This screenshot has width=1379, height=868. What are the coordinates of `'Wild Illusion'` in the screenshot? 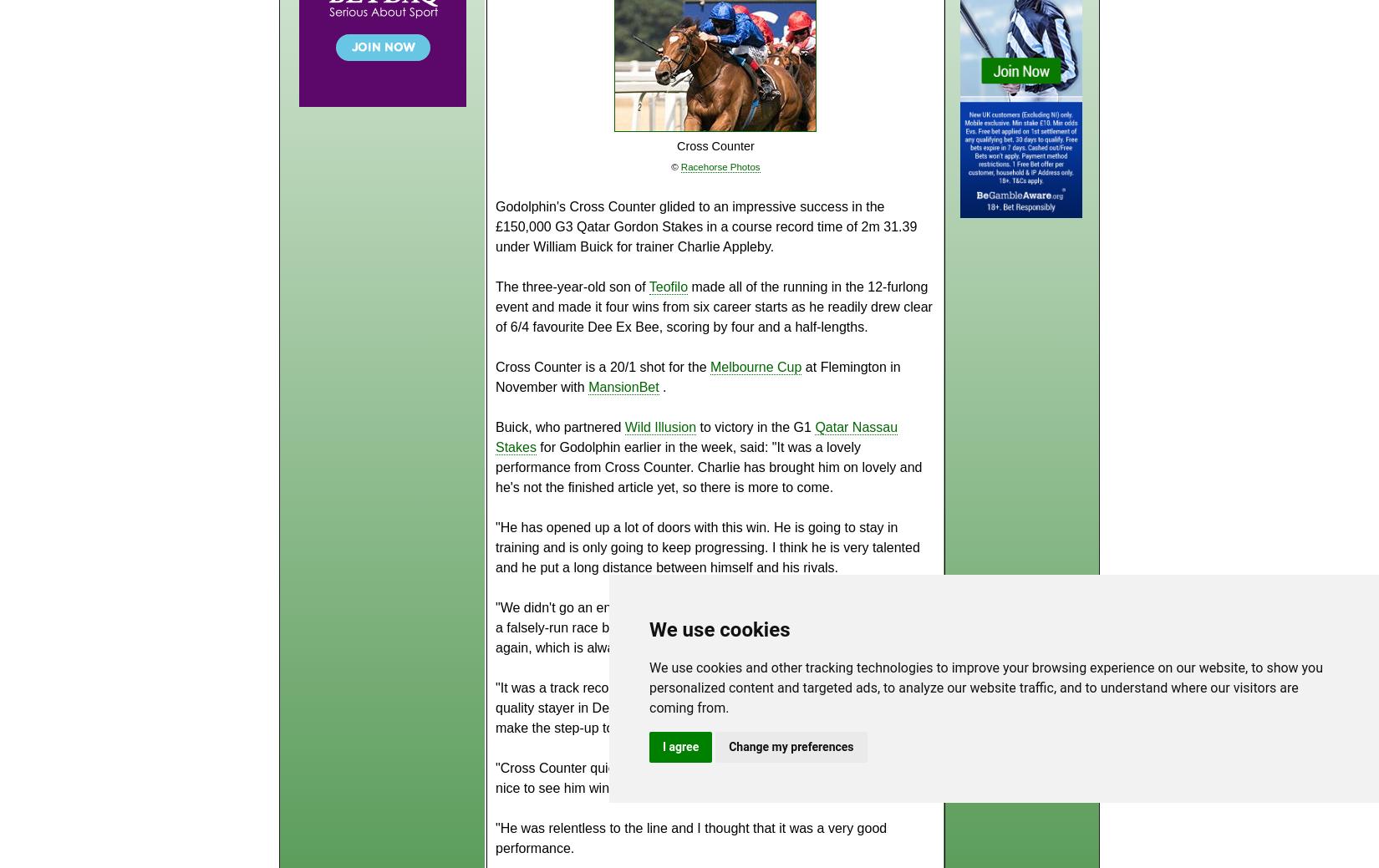 It's located at (659, 426).